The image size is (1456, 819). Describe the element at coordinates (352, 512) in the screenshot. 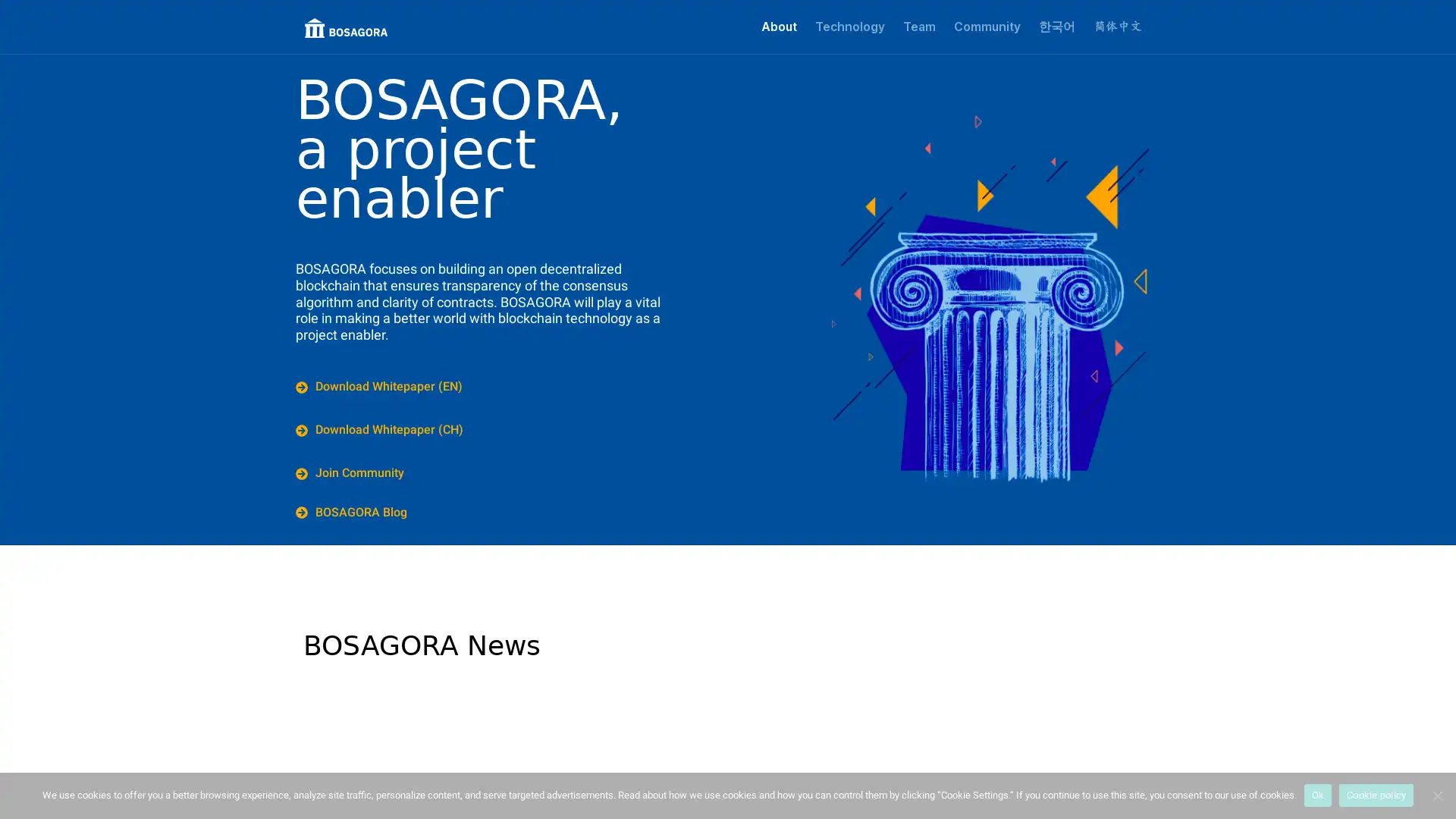

I see `BOSAGORA Blog` at that location.